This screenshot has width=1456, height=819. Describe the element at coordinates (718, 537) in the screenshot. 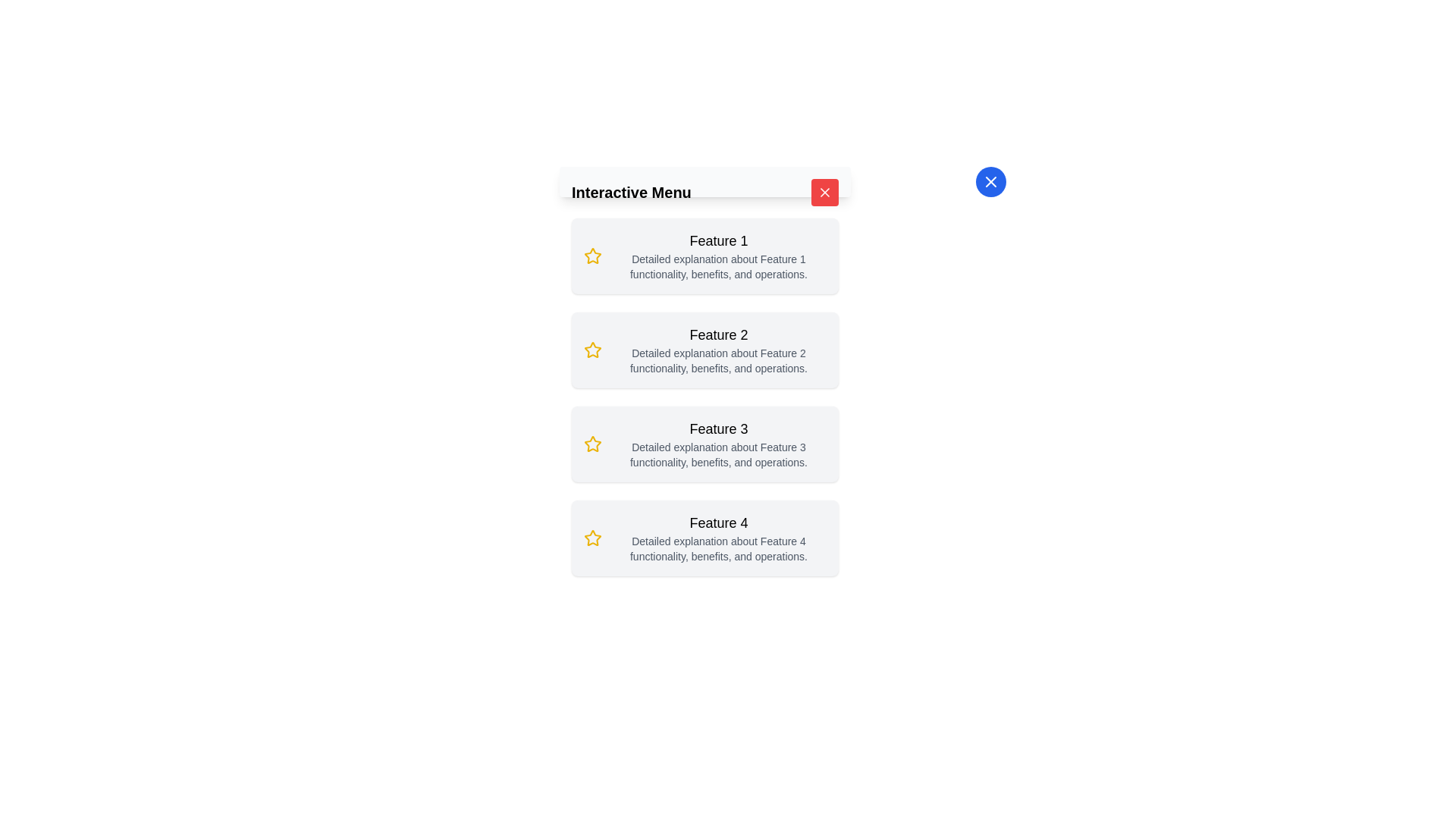

I see `the informative text block that provides details about a feature, located below 'Feature 3' in the fourth position of the list` at that location.